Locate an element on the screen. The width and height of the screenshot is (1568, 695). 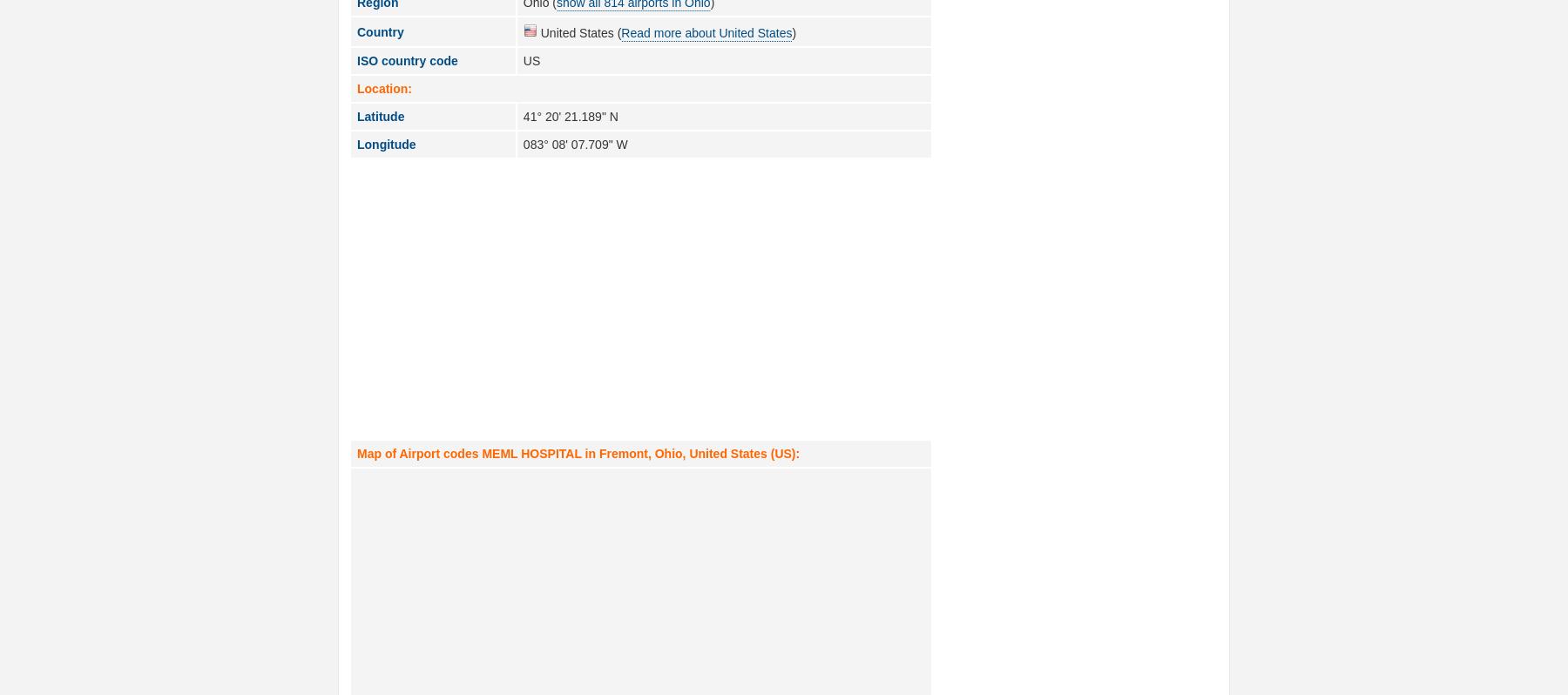
'ISO country code' is located at coordinates (406, 59).